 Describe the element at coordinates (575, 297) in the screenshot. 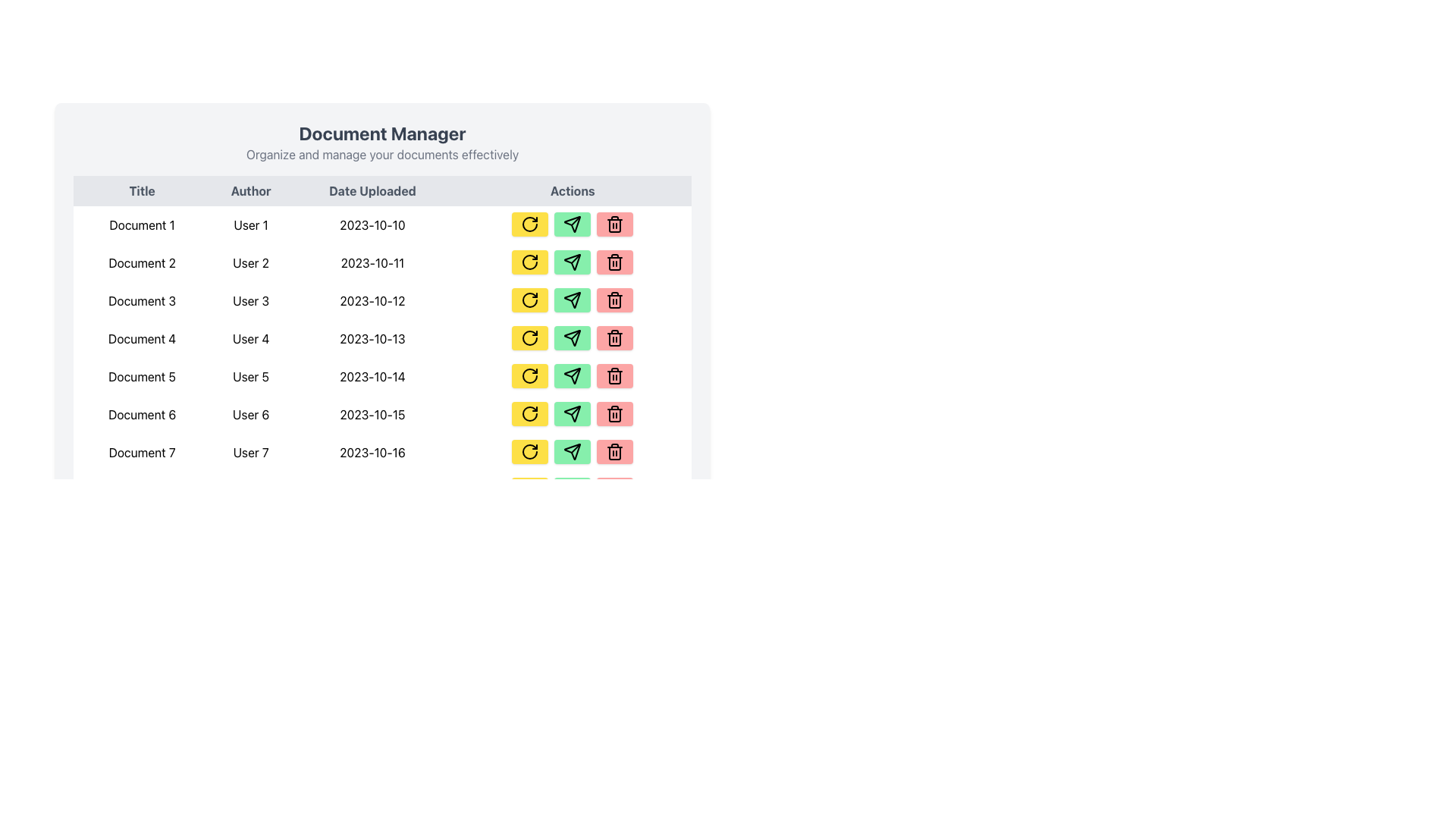

I see `the vector graphic part of the send icon located in the 'Actions' column of the row corresponding to 'Document 3' in the table` at that location.